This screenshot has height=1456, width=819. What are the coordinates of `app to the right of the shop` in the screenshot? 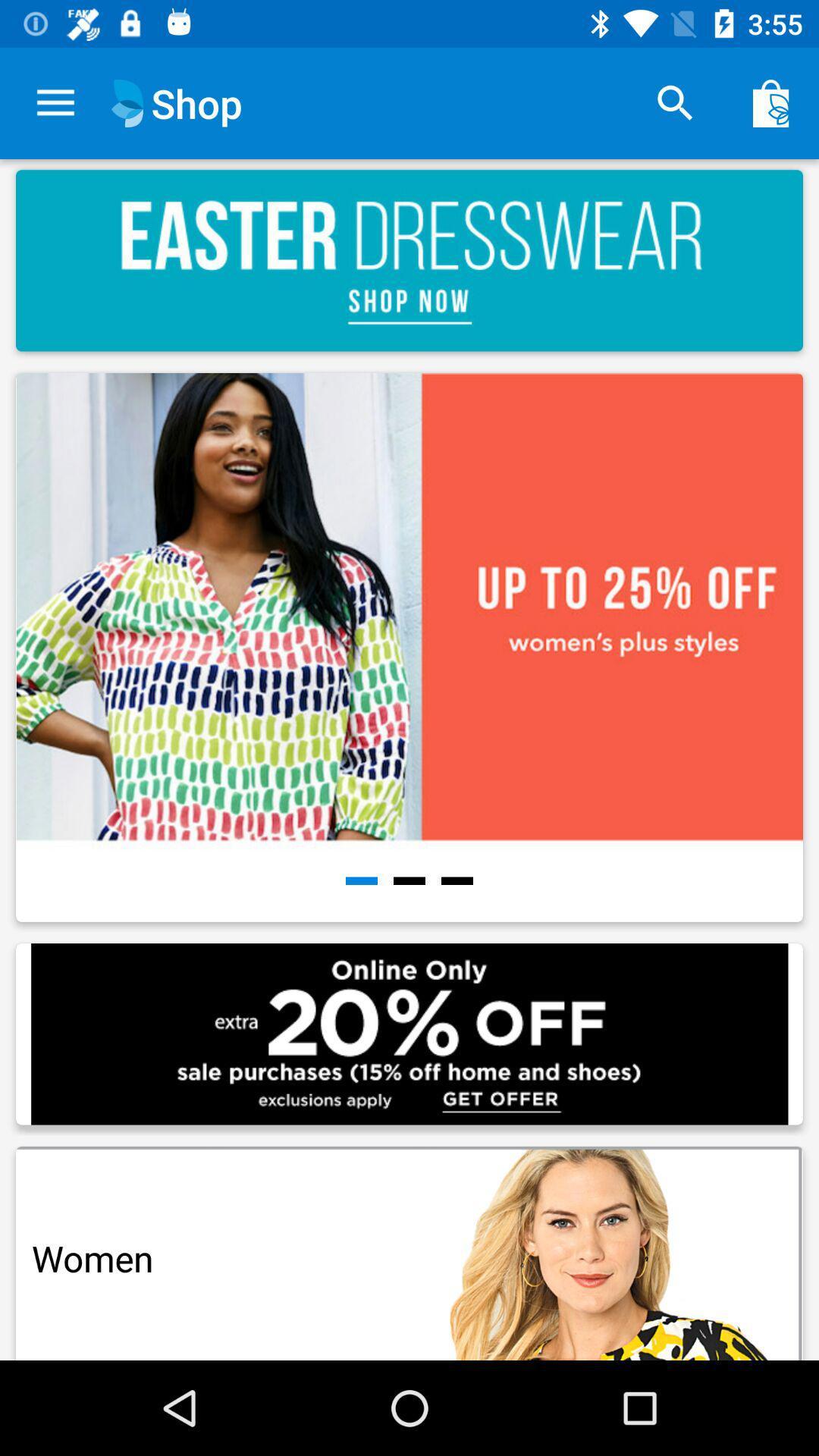 It's located at (675, 102).